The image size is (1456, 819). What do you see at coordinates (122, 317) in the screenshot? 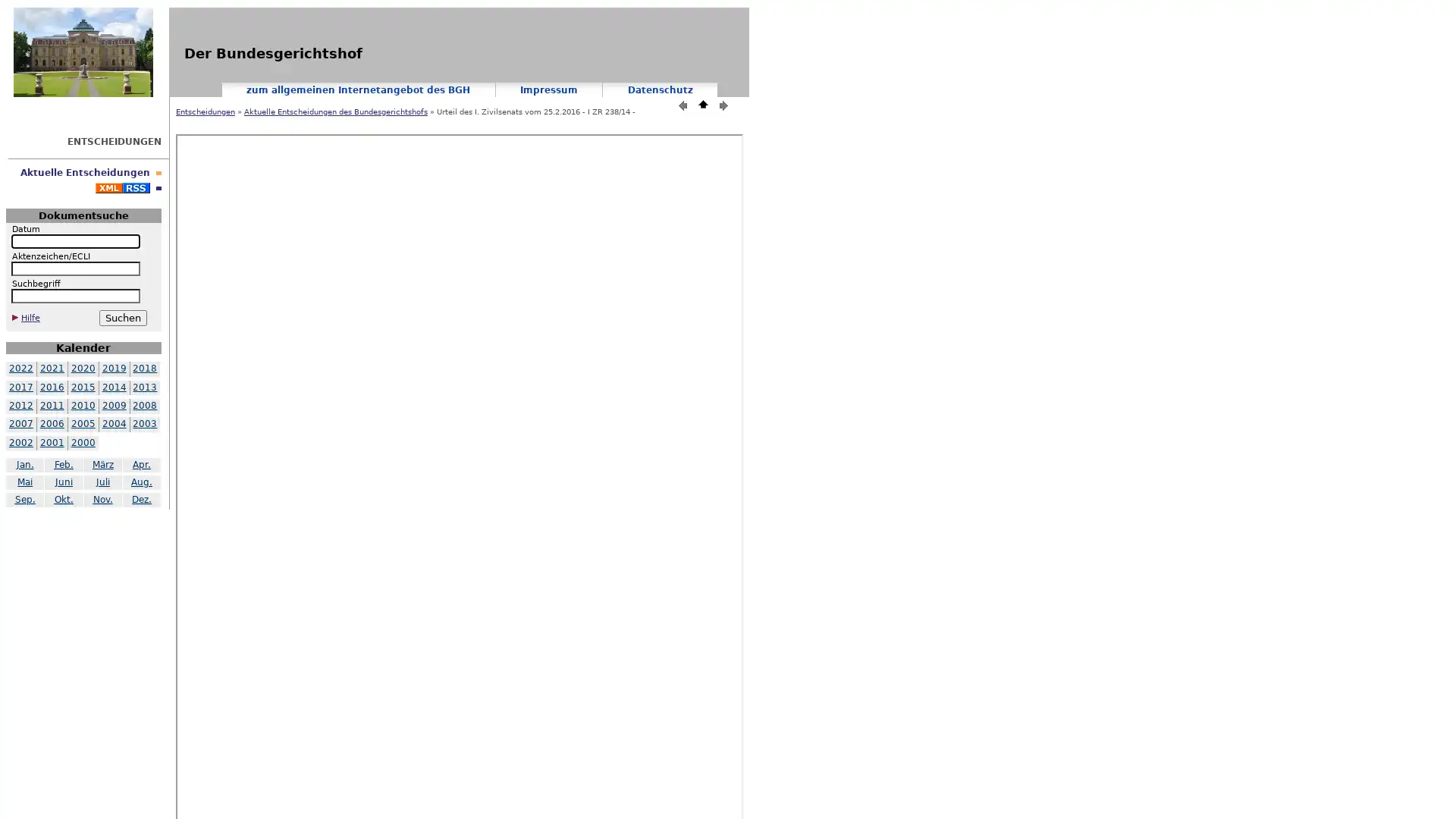
I see `Suchen` at bounding box center [122, 317].